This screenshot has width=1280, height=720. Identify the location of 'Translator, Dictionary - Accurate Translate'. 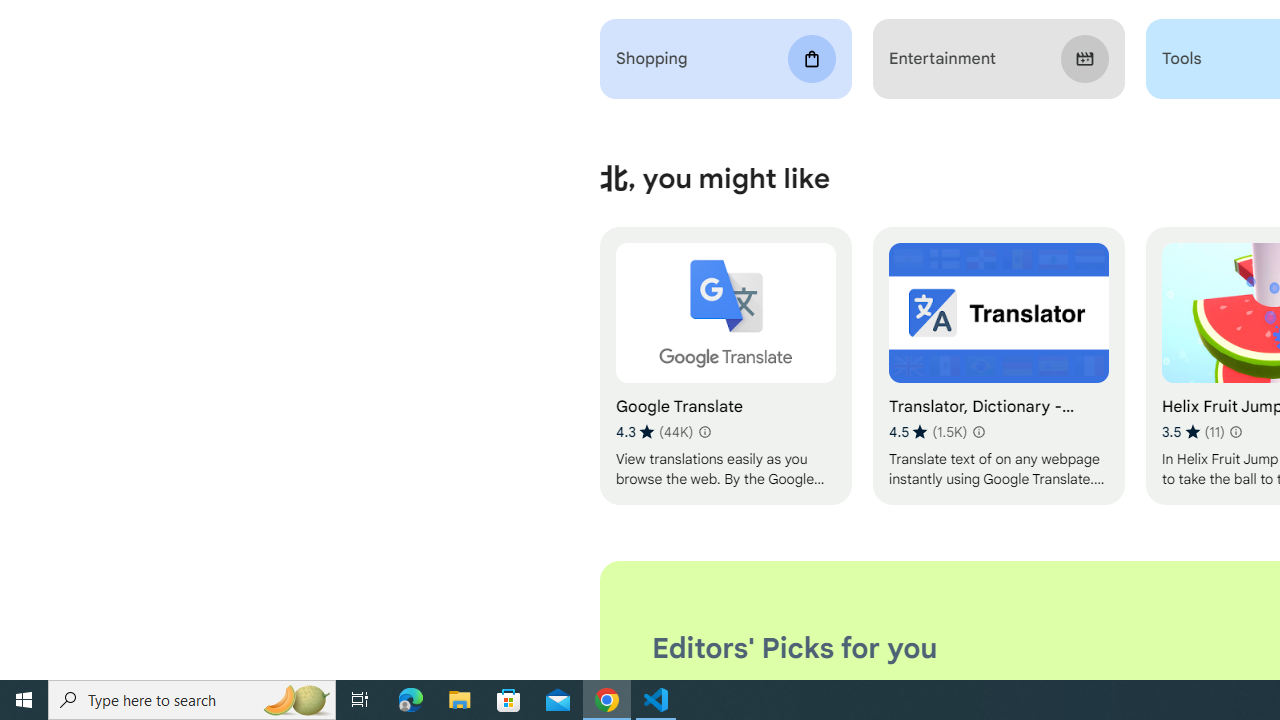
(998, 366).